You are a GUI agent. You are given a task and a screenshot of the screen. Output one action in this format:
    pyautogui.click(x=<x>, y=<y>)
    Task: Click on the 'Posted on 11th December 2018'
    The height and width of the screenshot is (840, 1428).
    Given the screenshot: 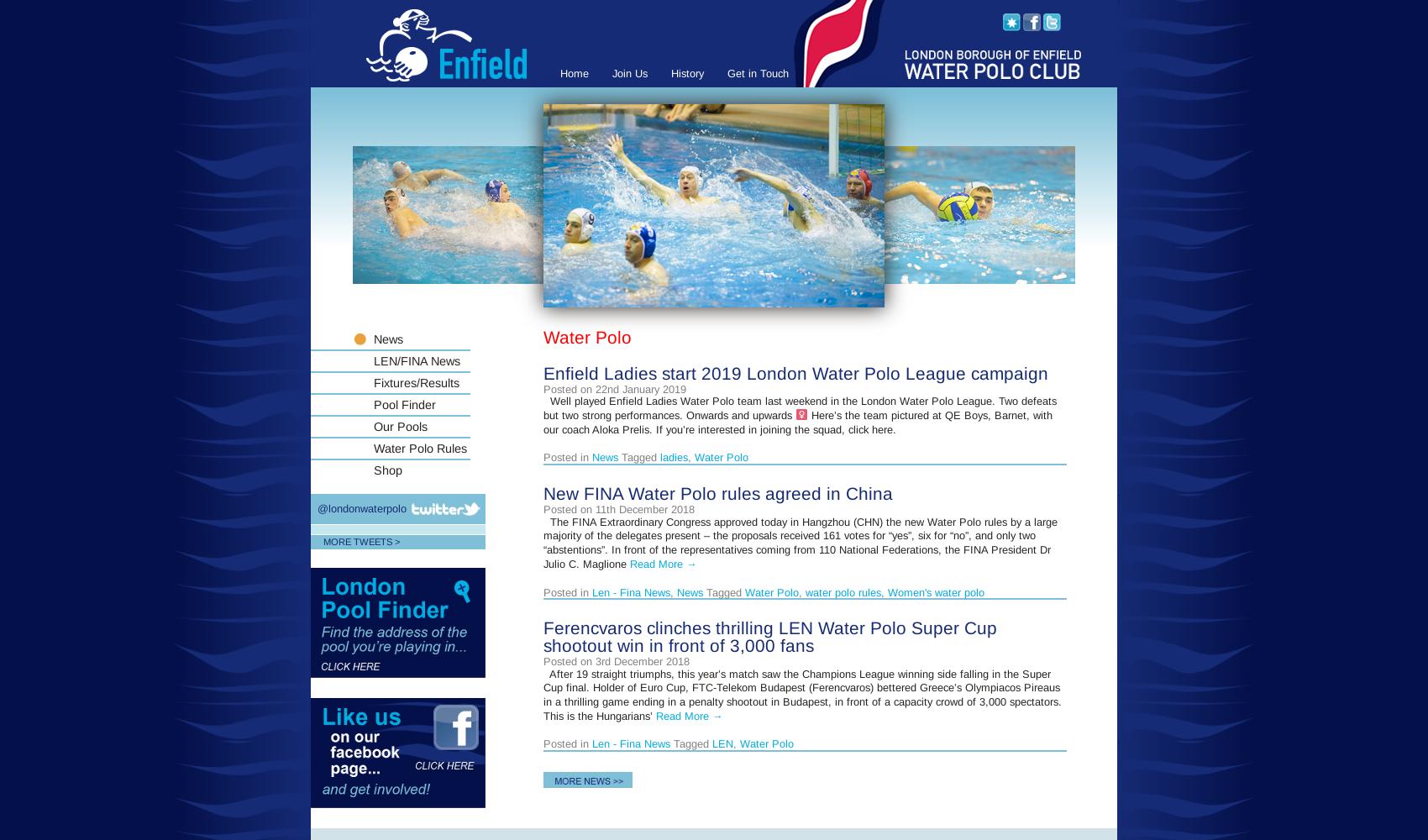 What is the action you would take?
    pyautogui.click(x=618, y=508)
    